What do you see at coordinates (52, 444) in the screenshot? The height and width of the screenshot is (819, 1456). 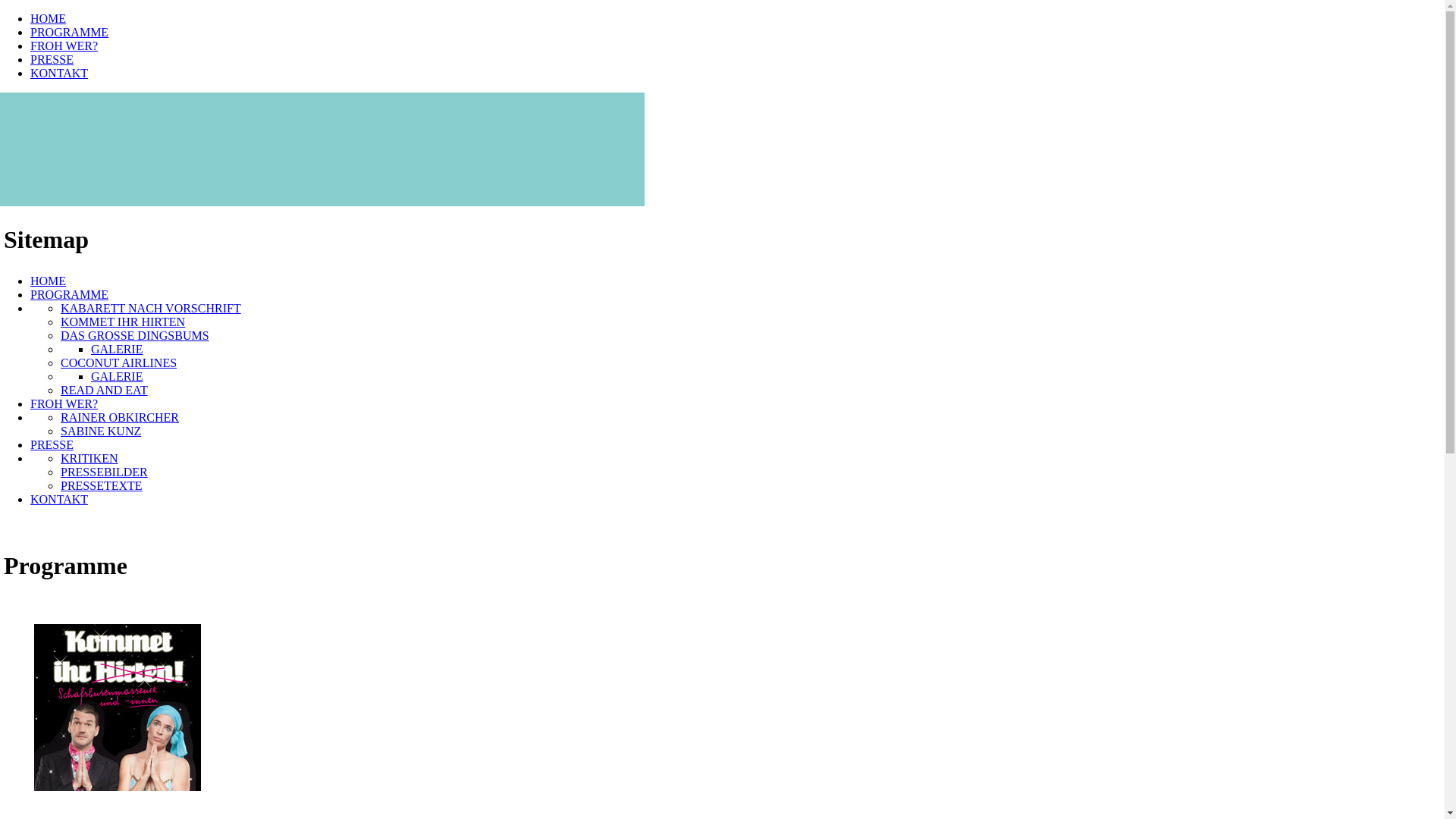 I see `'PRESSE'` at bounding box center [52, 444].